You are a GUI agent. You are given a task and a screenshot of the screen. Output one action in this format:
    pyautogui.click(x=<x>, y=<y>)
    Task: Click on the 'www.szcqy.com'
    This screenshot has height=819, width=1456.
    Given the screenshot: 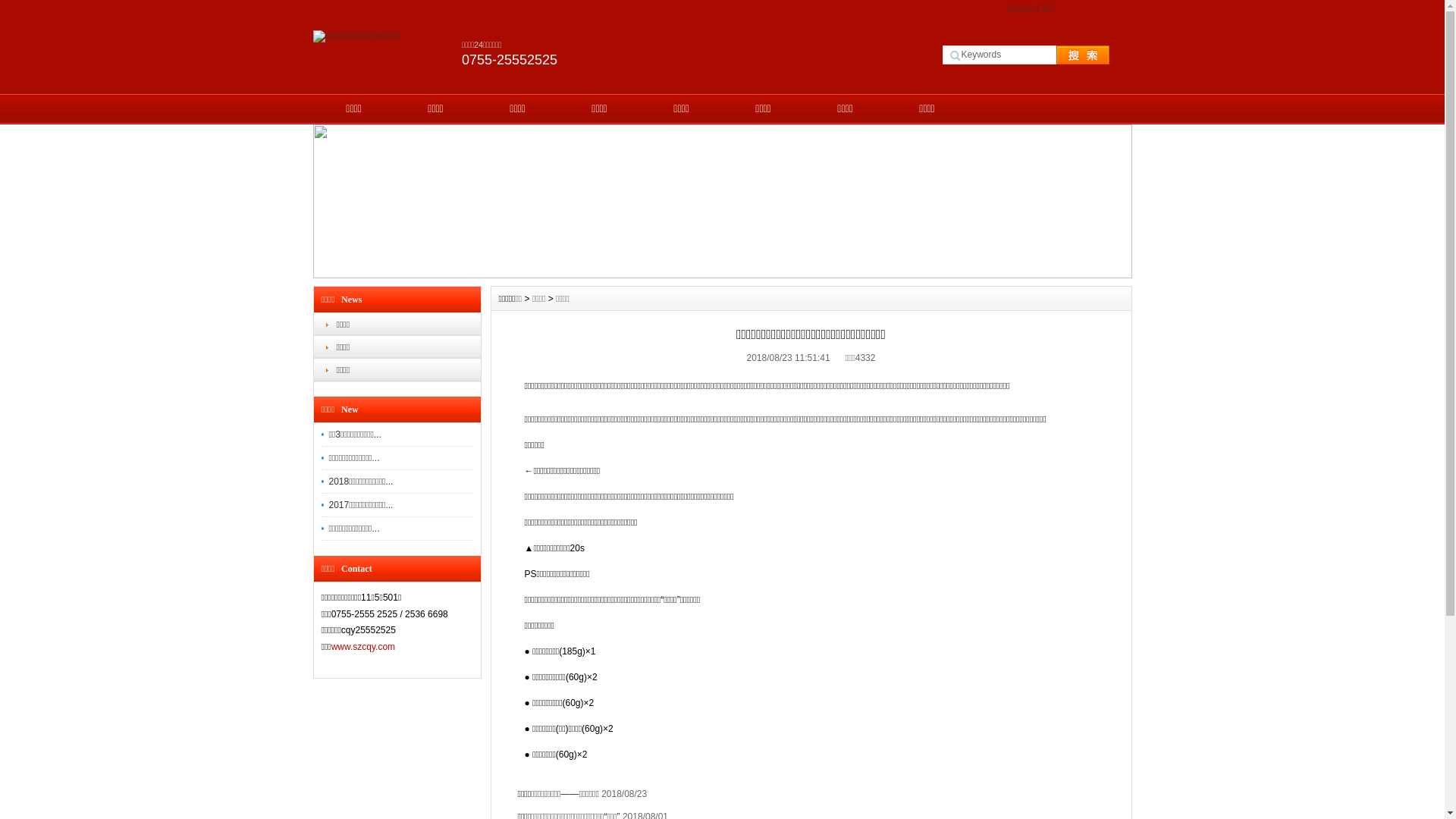 What is the action you would take?
    pyautogui.click(x=362, y=646)
    